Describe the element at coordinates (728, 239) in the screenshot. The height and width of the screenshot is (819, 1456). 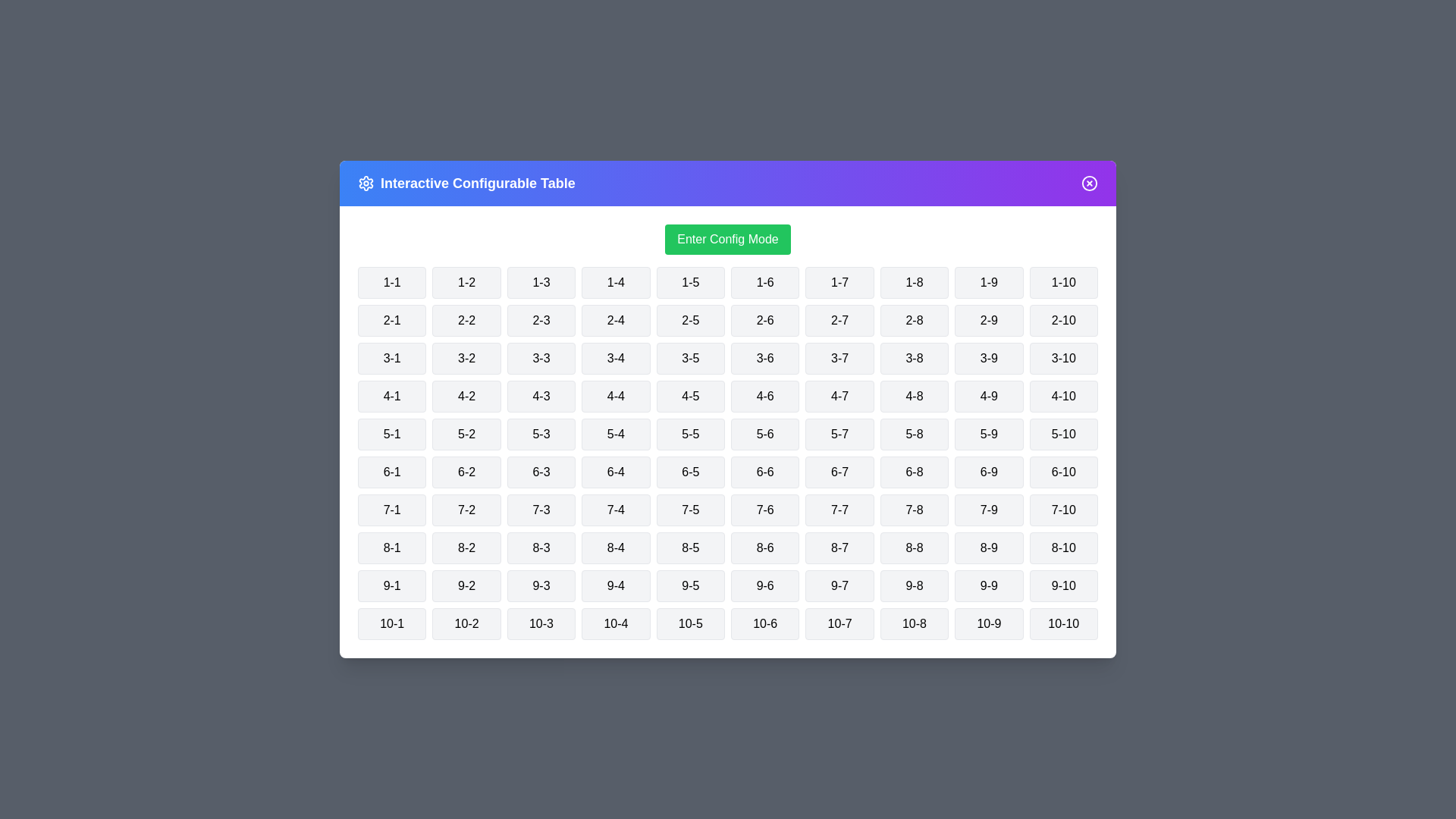
I see `the 'Enter Config Mode' button to toggle the configuration mode` at that location.